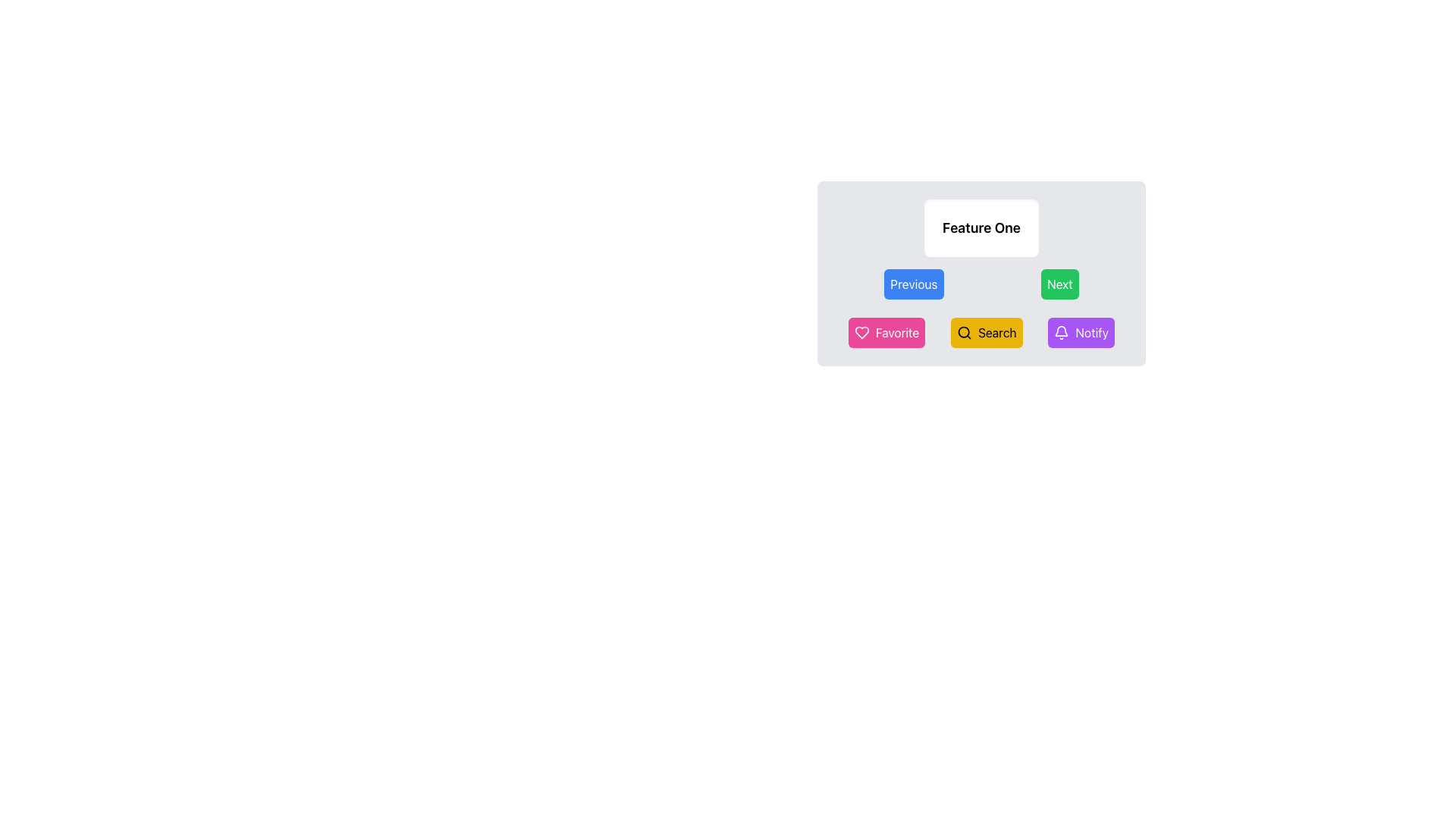 The image size is (1456, 819). Describe the element at coordinates (981, 337) in the screenshot. I see `the central control panel to interact with its components such as searching, favoriting, or receiving notifications` at that location.